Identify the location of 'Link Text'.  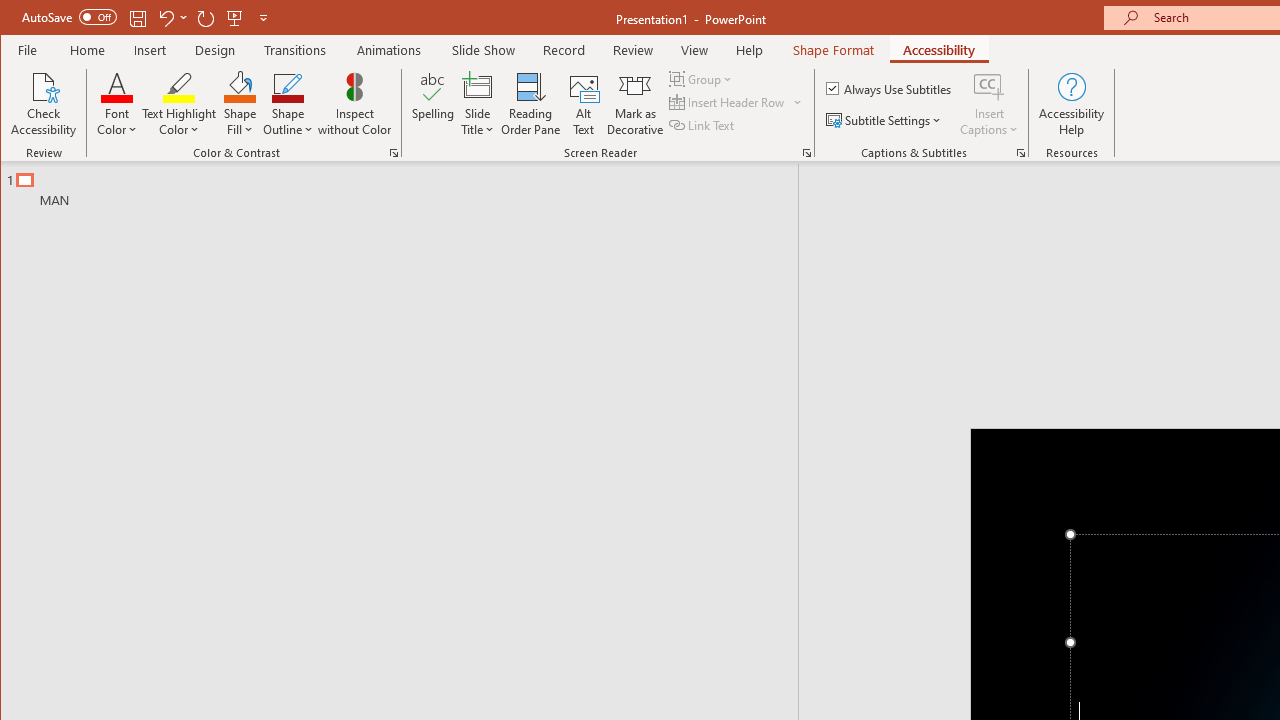
(703, 125).